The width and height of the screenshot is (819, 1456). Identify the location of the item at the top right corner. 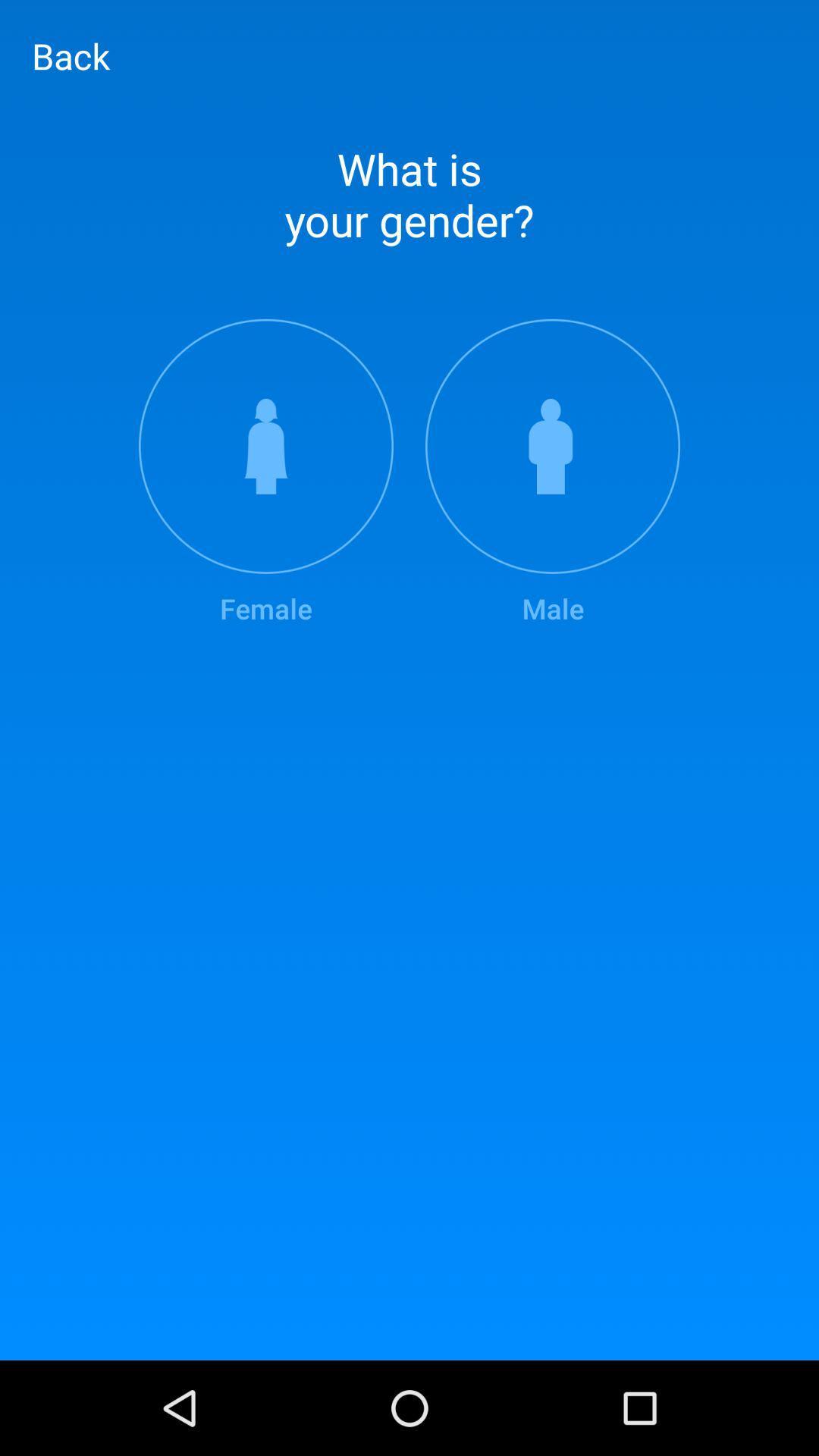
(553, 472).